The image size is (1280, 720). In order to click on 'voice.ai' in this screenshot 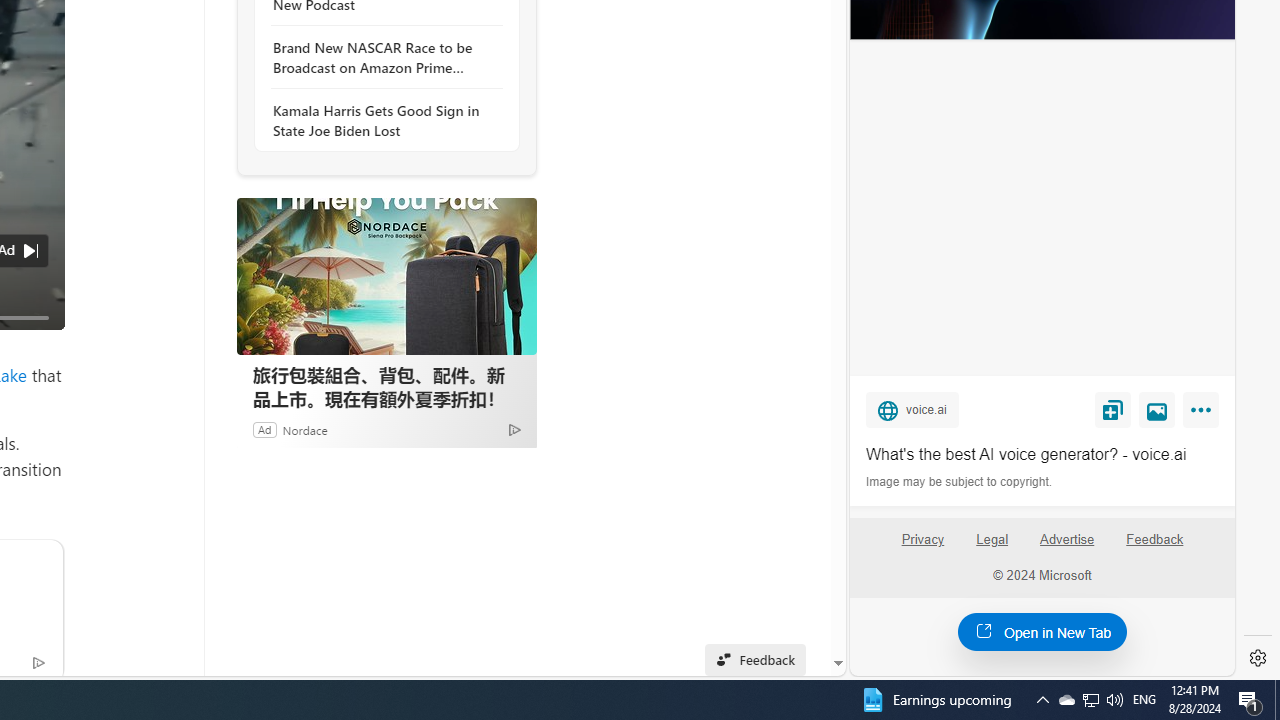, I will do `click(911, 408)`.